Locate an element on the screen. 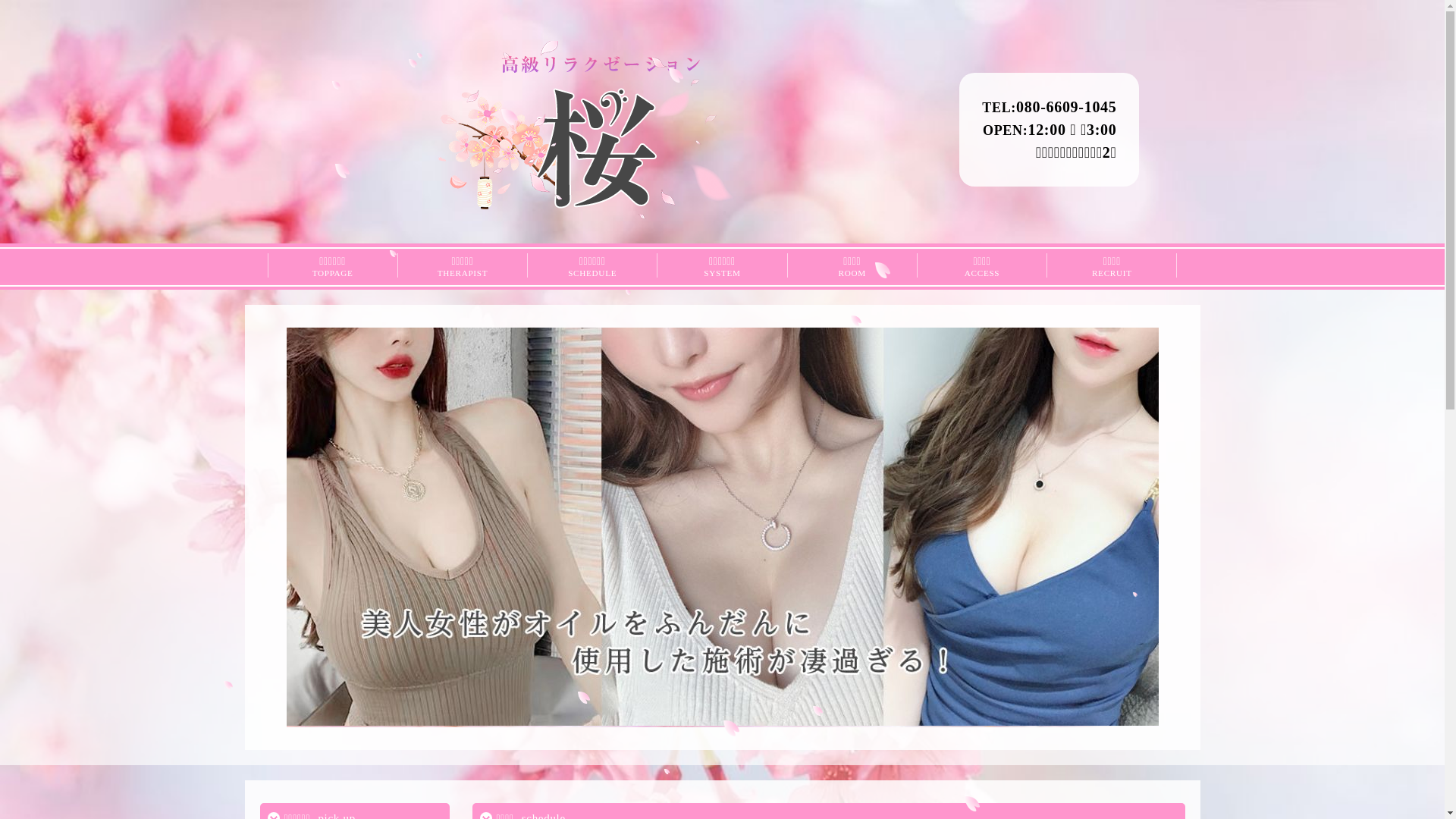 This screenshot has height=819, width=1456. 'TEL:080-6609-1045' is located at coordinates (1048, 106).